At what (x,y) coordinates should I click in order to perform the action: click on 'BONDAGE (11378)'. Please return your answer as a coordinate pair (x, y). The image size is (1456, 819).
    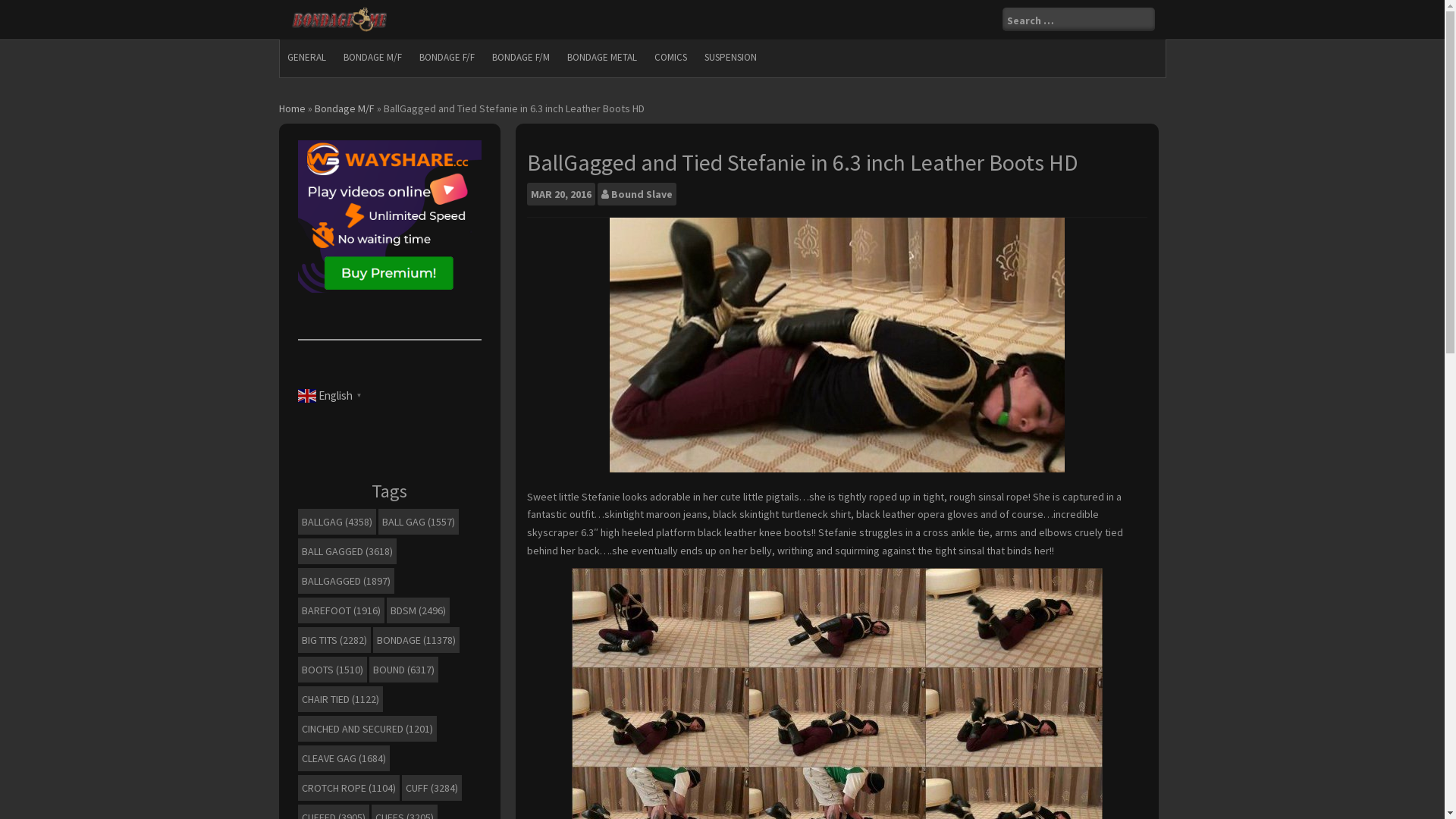
    Looking at the image, I should click on (372, 640).